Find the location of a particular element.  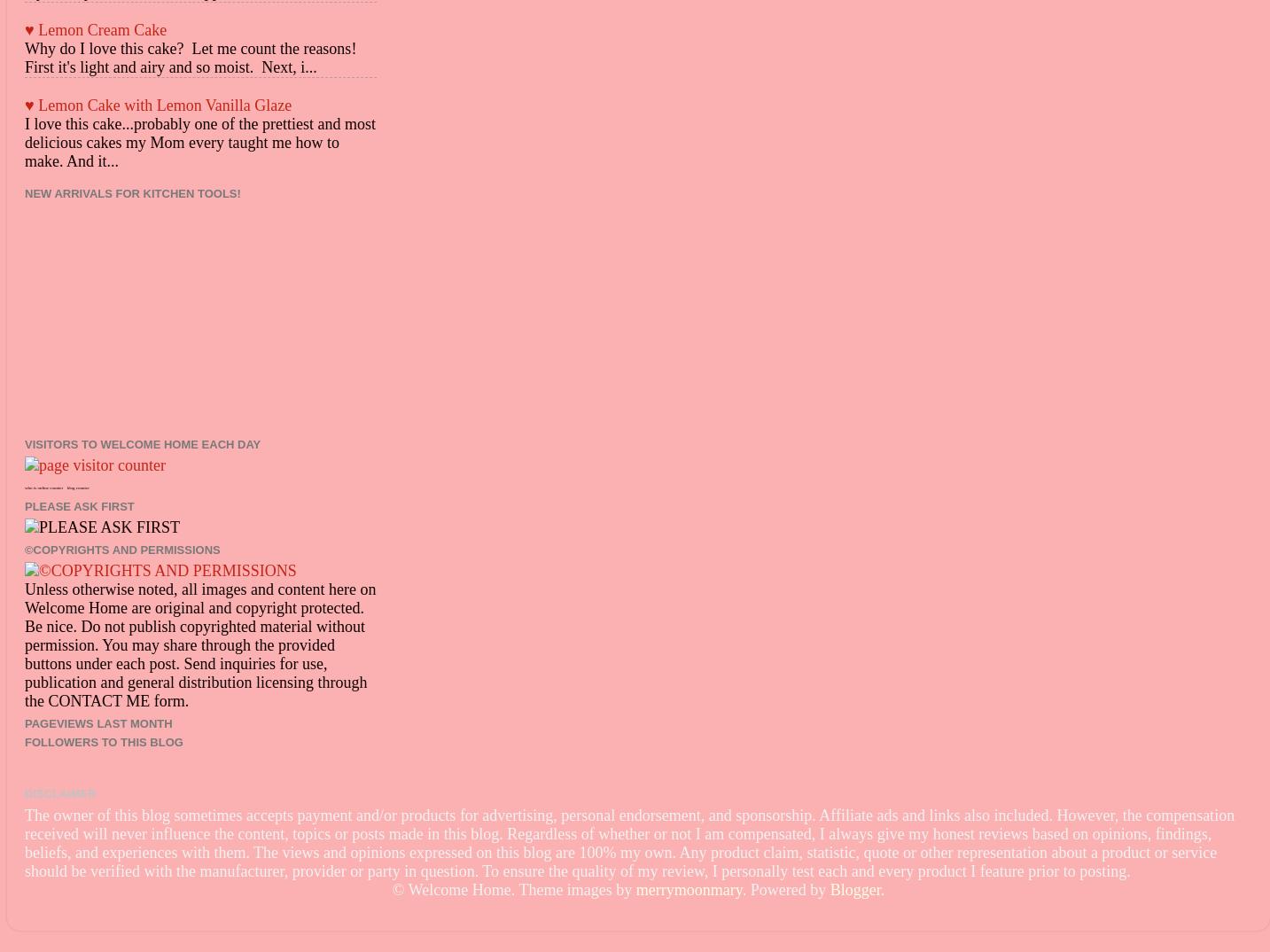

'Why do I love this cake?  Let me count the reasons!   First it's light and airy and so moist.  Next, i...' is located at coordinates (194, 57).